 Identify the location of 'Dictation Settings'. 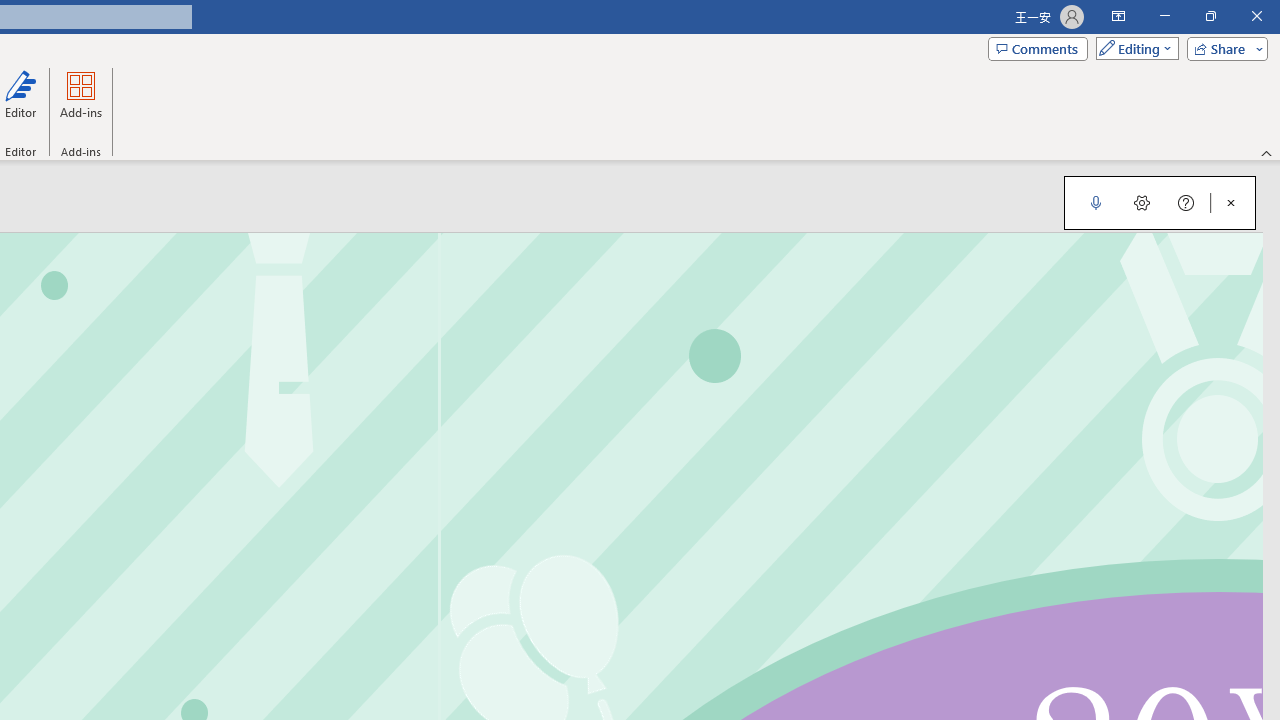
(1142, 203).